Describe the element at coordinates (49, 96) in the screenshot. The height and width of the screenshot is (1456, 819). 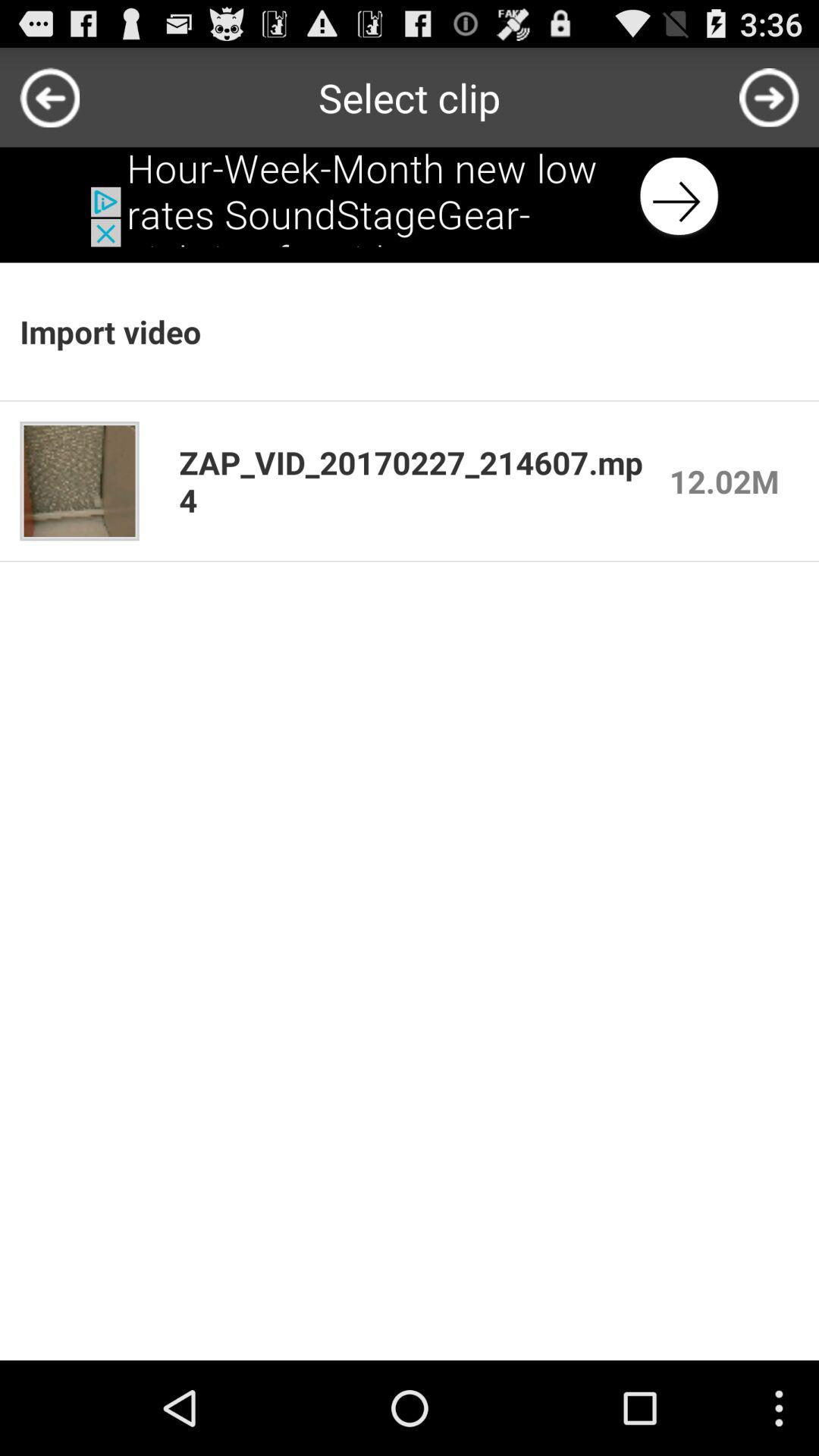
I see `go back` at that location.